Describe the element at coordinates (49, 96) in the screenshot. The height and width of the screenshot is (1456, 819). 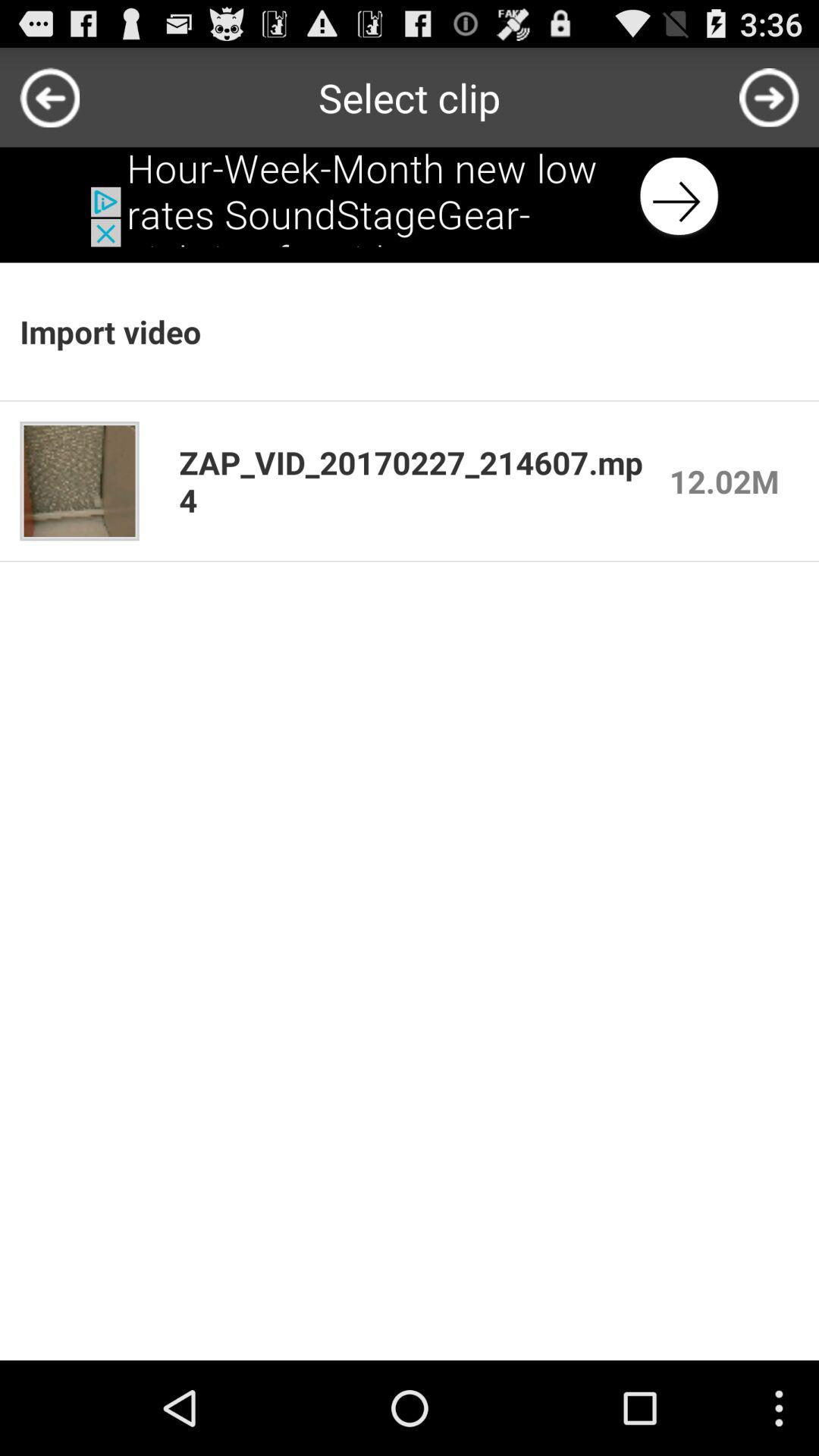
I see `go back` at that location.